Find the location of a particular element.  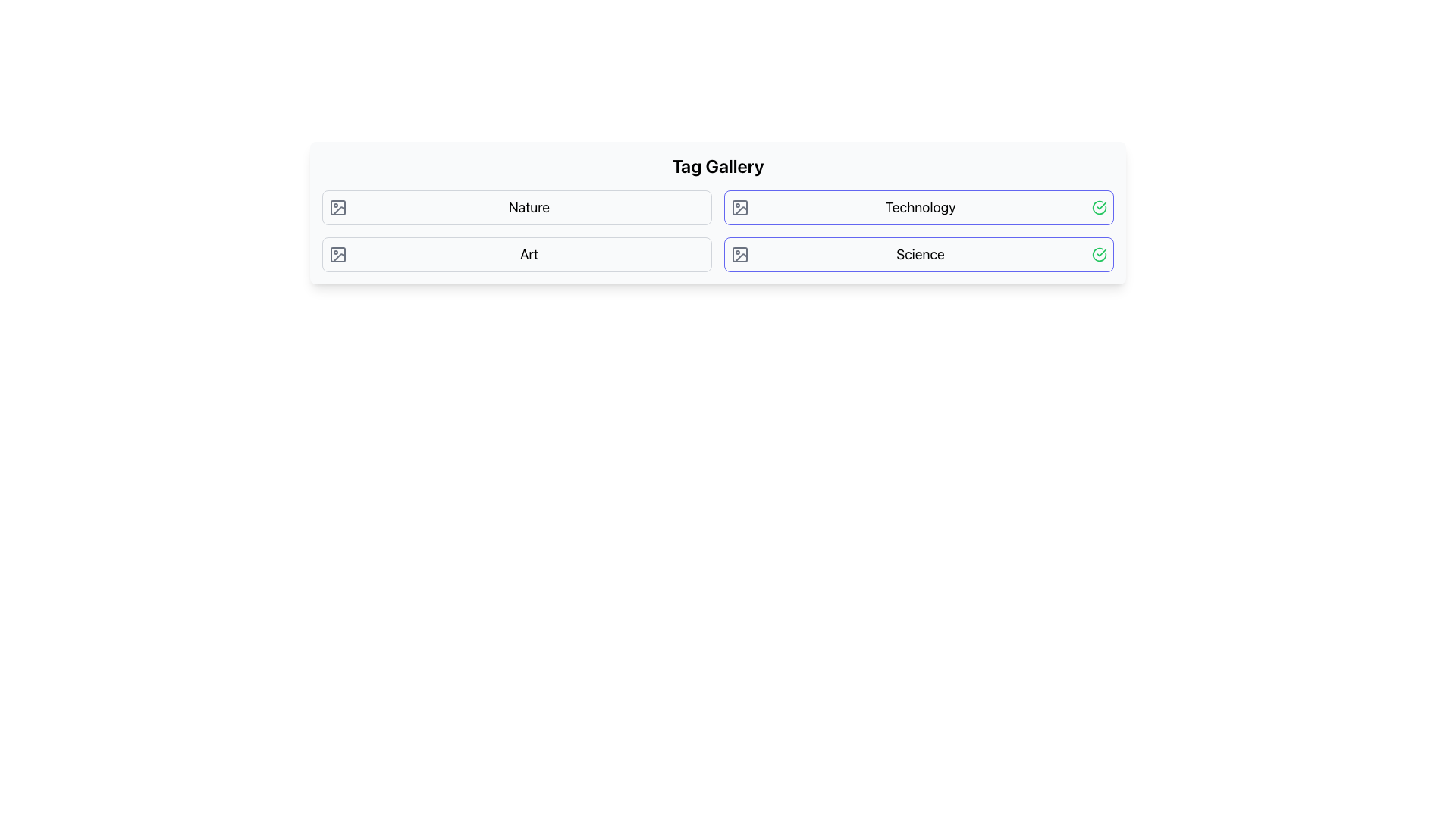

the icon representing the 'image' category located to the left of the 'Technology' button, which enhances the understanding of the button's purpose is located at coordinates (739, 207).